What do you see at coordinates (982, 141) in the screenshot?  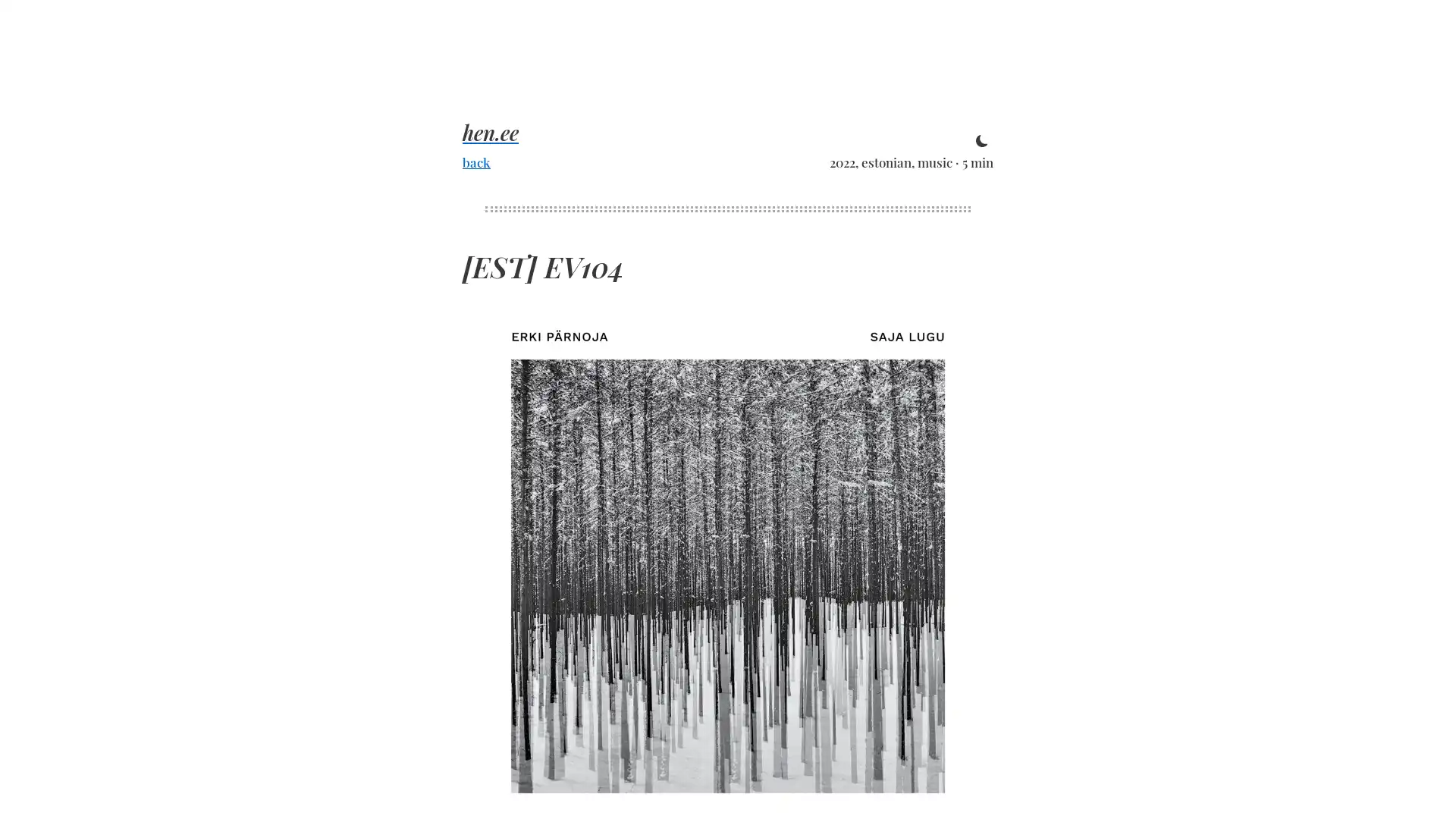 I see `toggle theme` at bounding box center [982, 141].